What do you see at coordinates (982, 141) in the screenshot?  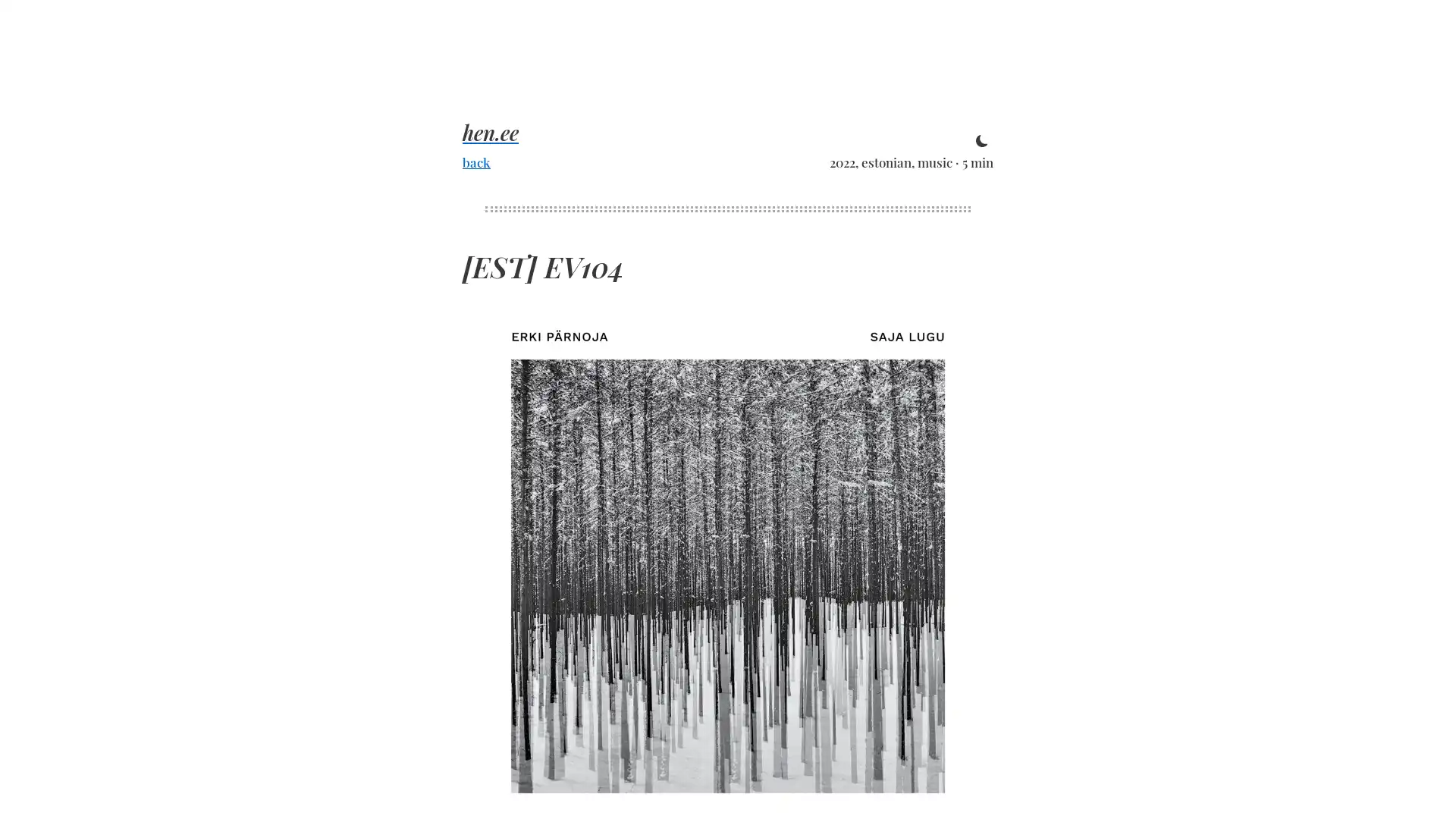 I see `toggle theme` at bounding box center [982, 141].